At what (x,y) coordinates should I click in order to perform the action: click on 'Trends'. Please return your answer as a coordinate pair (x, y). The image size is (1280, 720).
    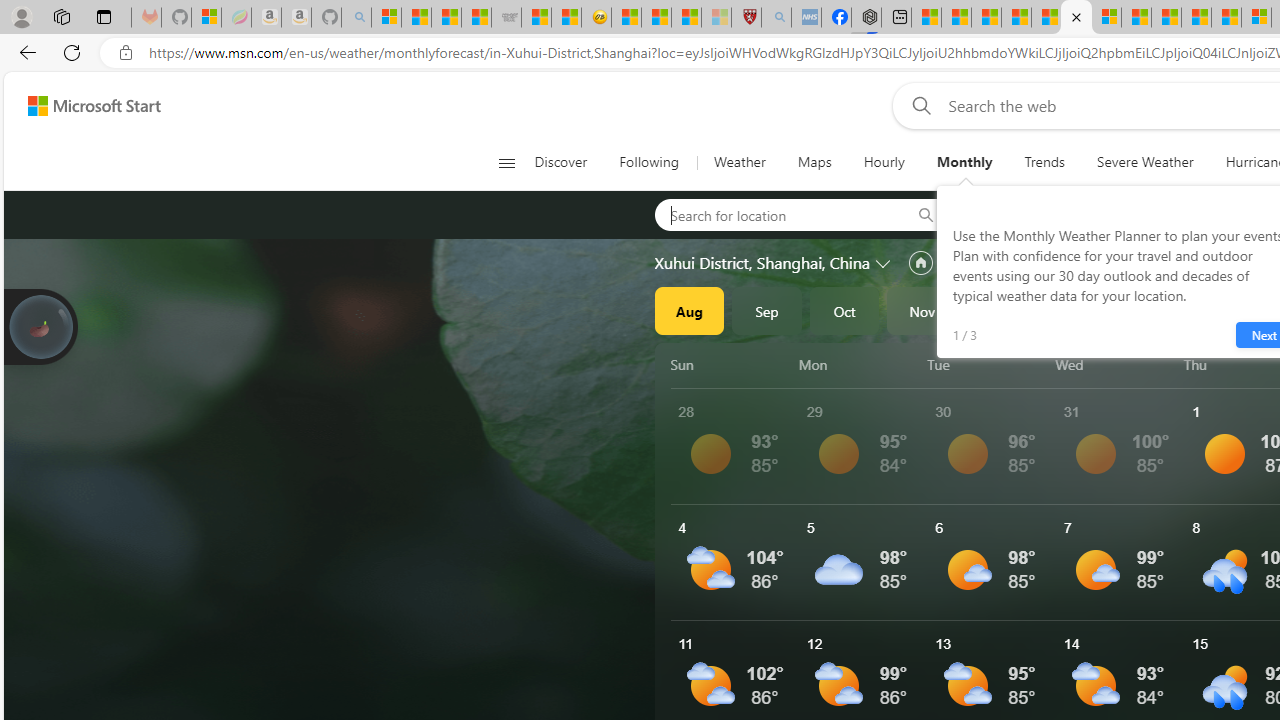
    Looking at the image, I should click on (1044, 162).